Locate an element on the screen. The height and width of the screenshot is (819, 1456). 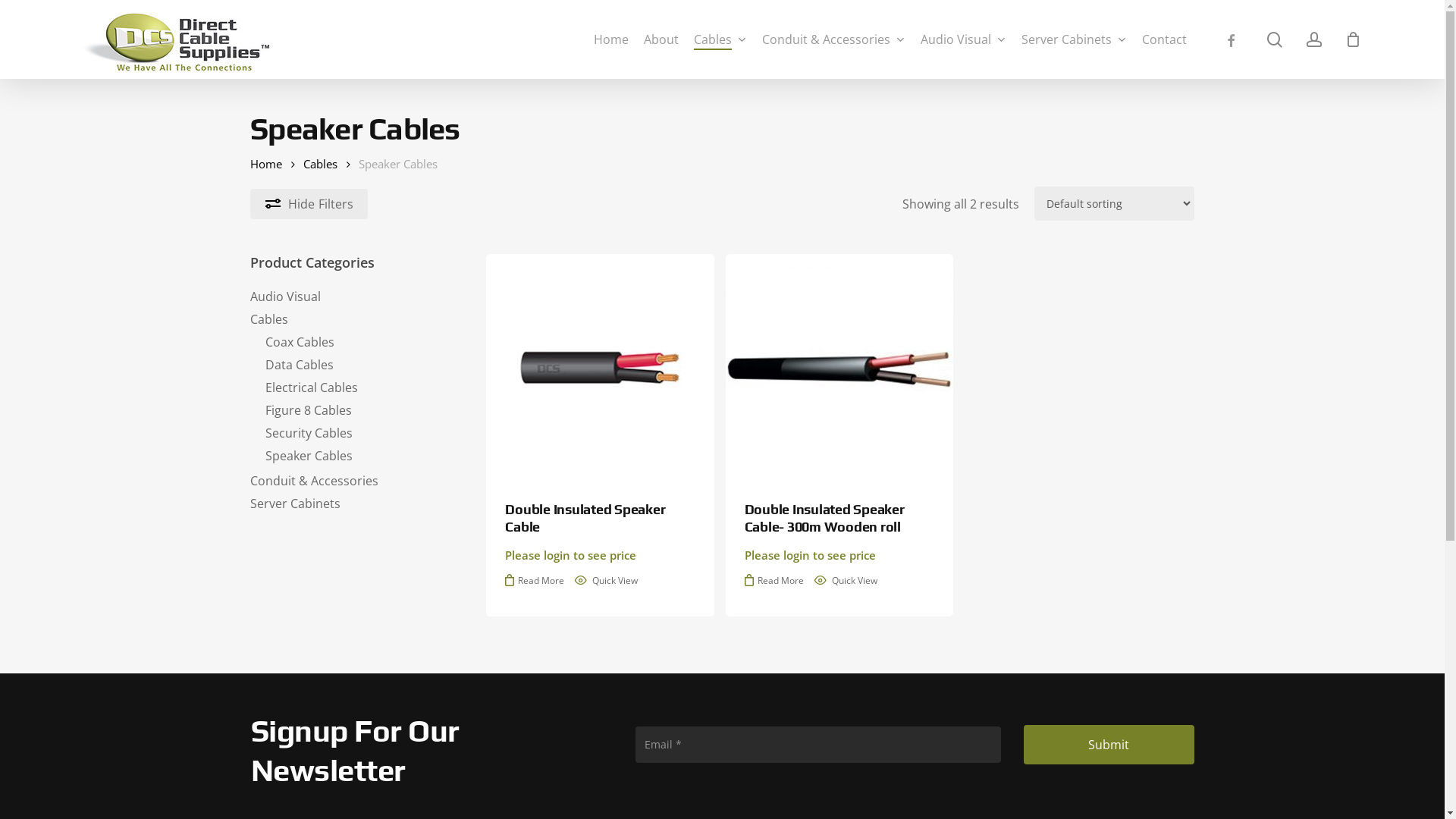
'Figure 8 Cables' is located at coordinates (356, 409).